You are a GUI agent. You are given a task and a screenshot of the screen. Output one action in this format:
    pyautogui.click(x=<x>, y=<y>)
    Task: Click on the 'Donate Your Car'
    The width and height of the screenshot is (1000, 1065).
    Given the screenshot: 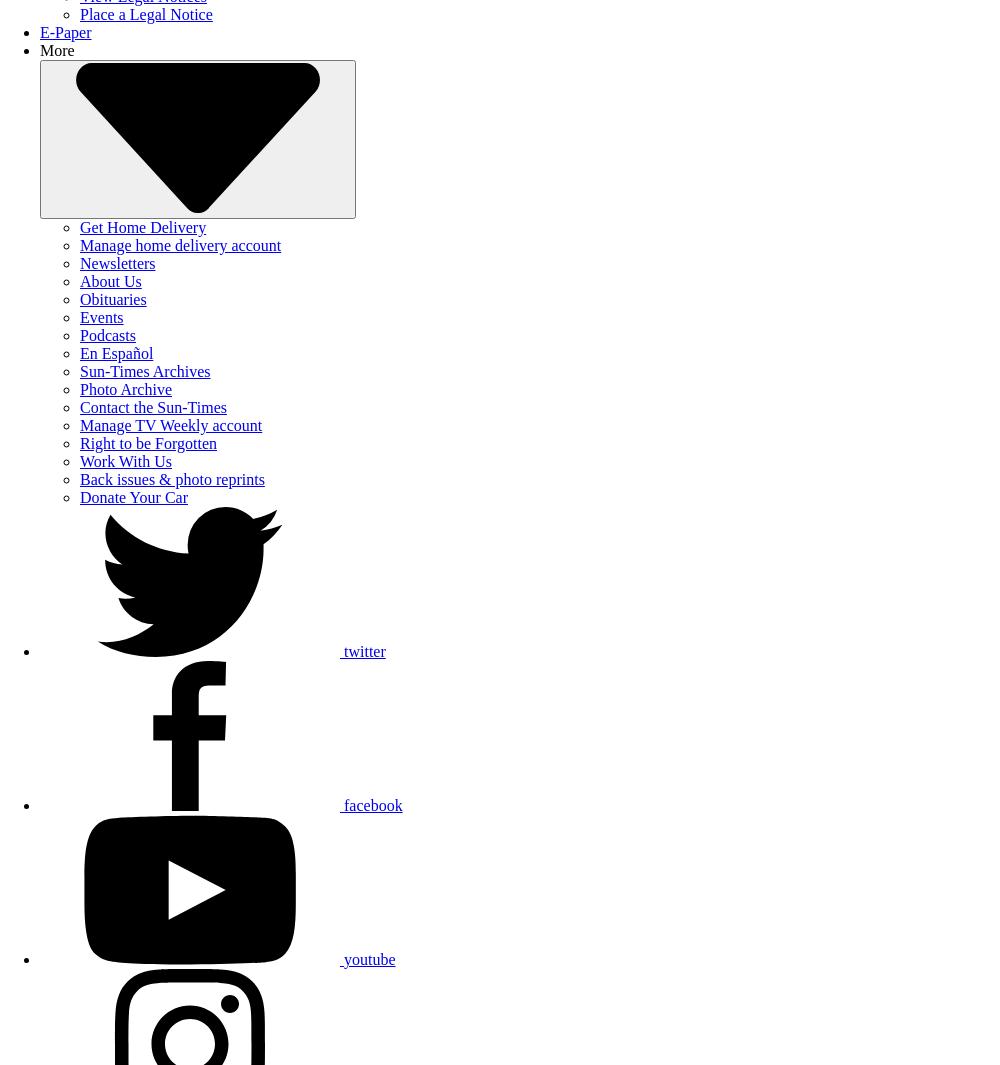 What is the action you would take?
    pyautogui.click(x=79, y=496)
    